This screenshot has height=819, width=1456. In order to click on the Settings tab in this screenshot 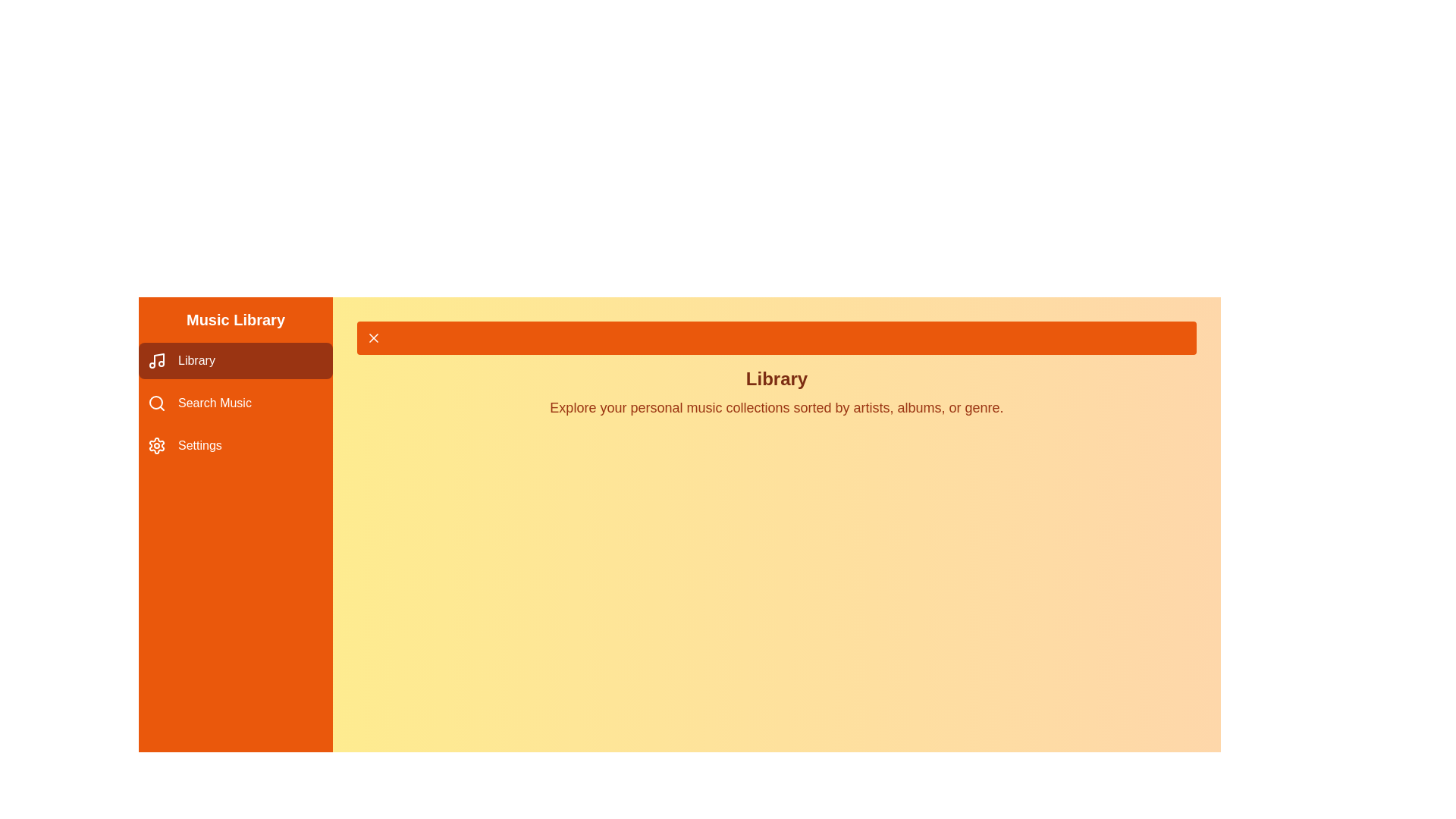, I will do `click(235, 444)`.